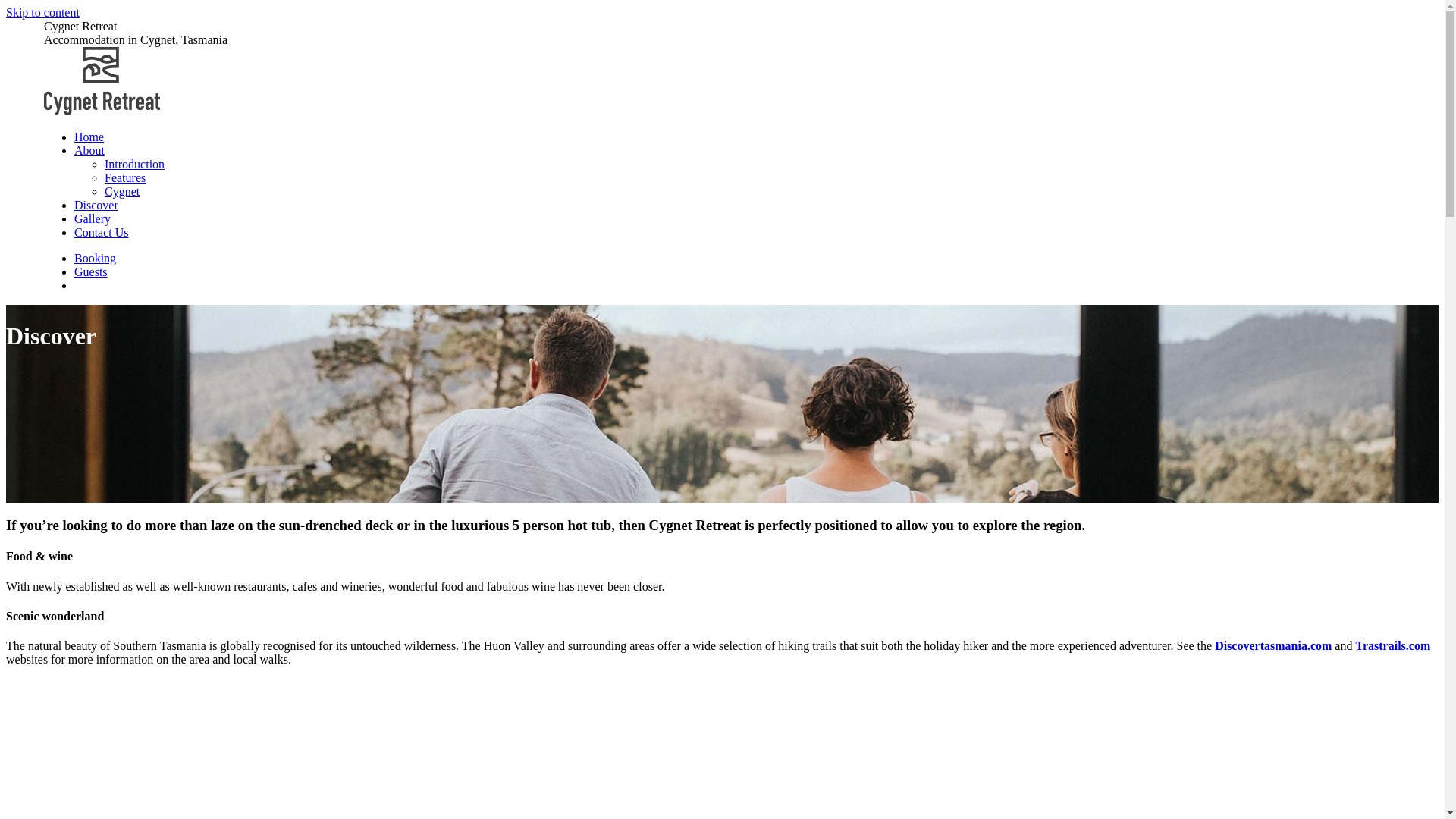  Describe the element at coordinates (124, 177) in the screenshot. I see `'Features'` at that location.